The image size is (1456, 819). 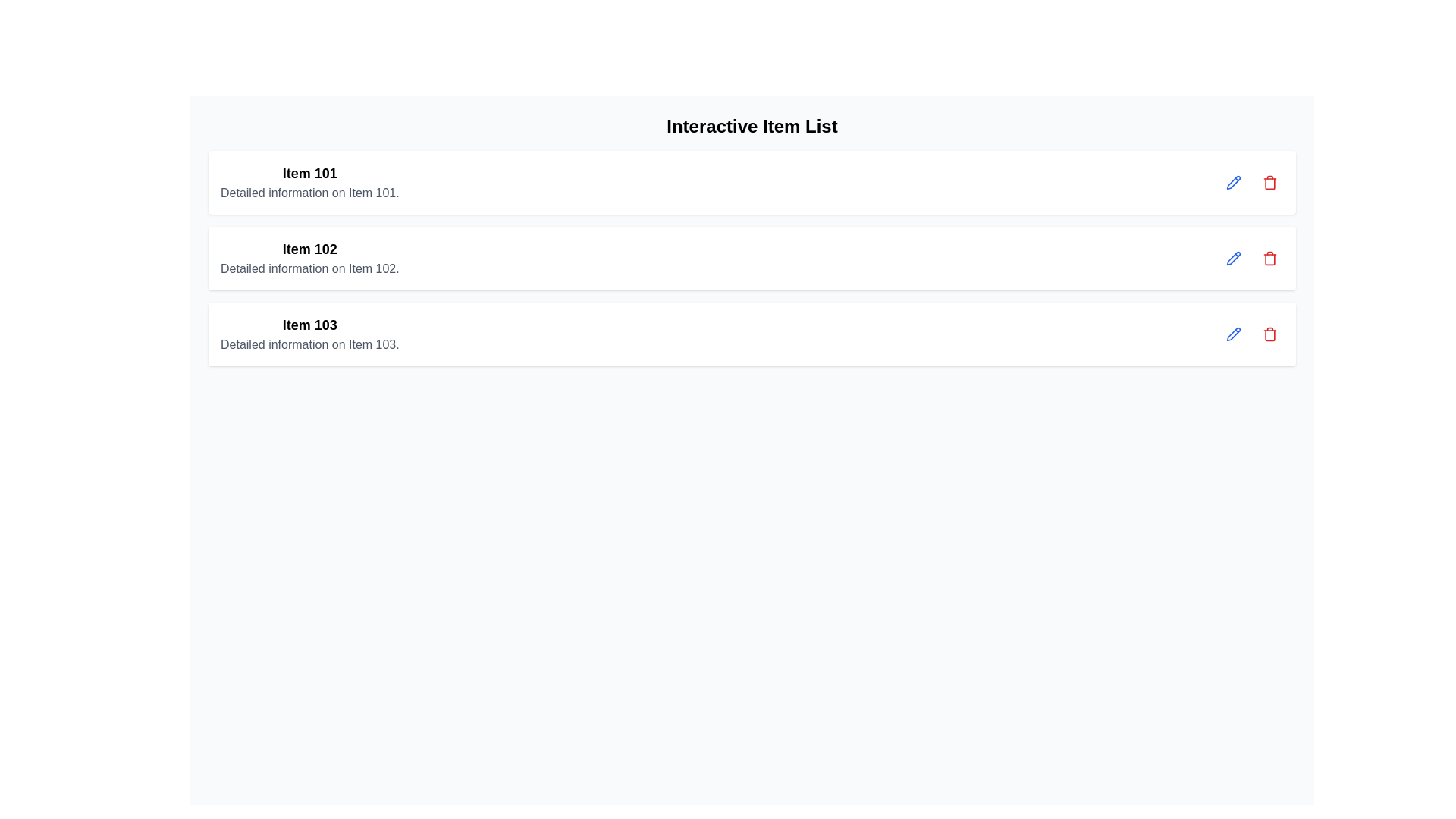 I want to click on the delete button located to the far right of the first row, adjacent to the edit pencil icon, so click(x=1270, y=181).